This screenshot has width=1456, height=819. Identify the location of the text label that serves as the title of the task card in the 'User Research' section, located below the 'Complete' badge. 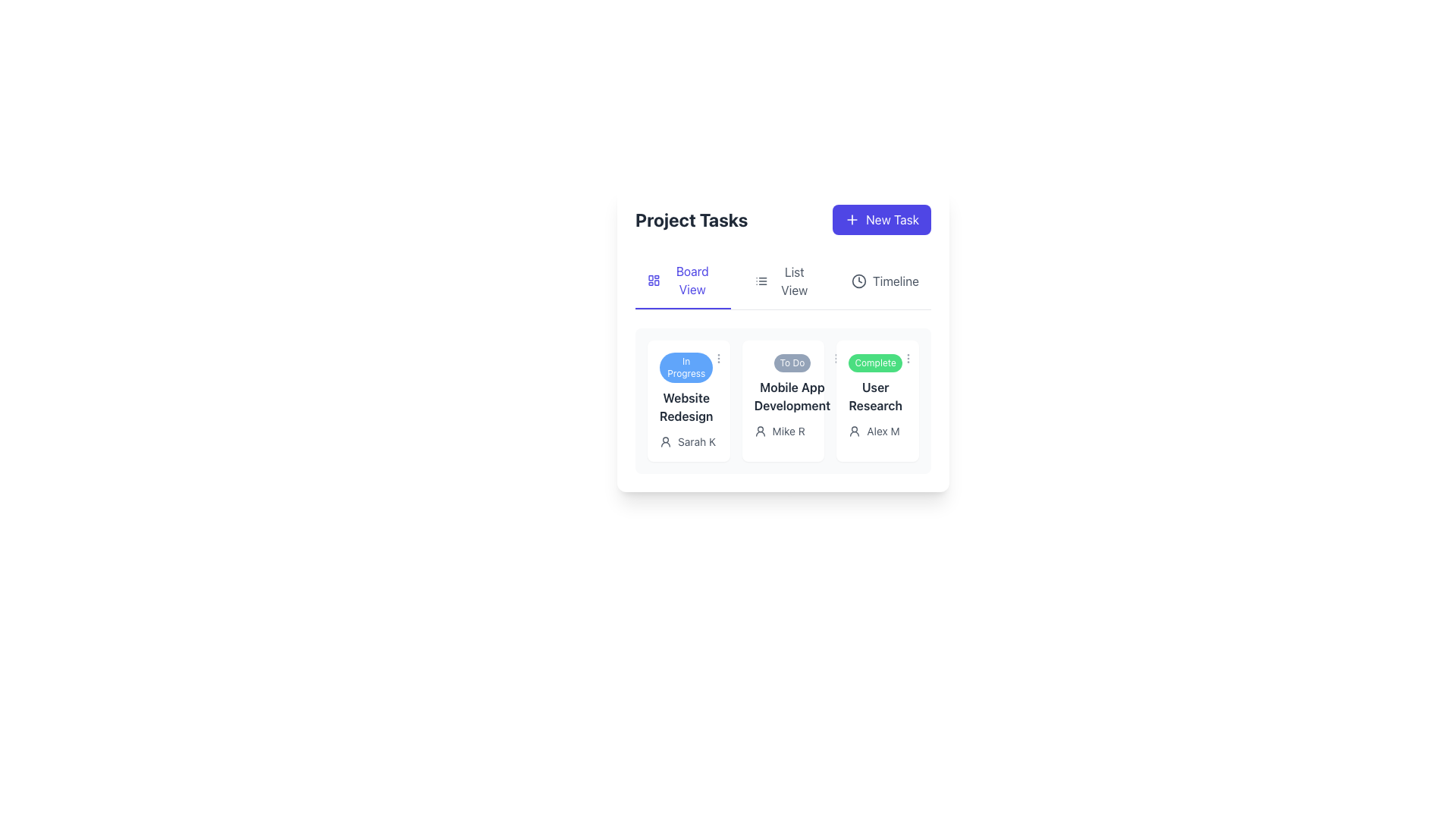
(875, 396).